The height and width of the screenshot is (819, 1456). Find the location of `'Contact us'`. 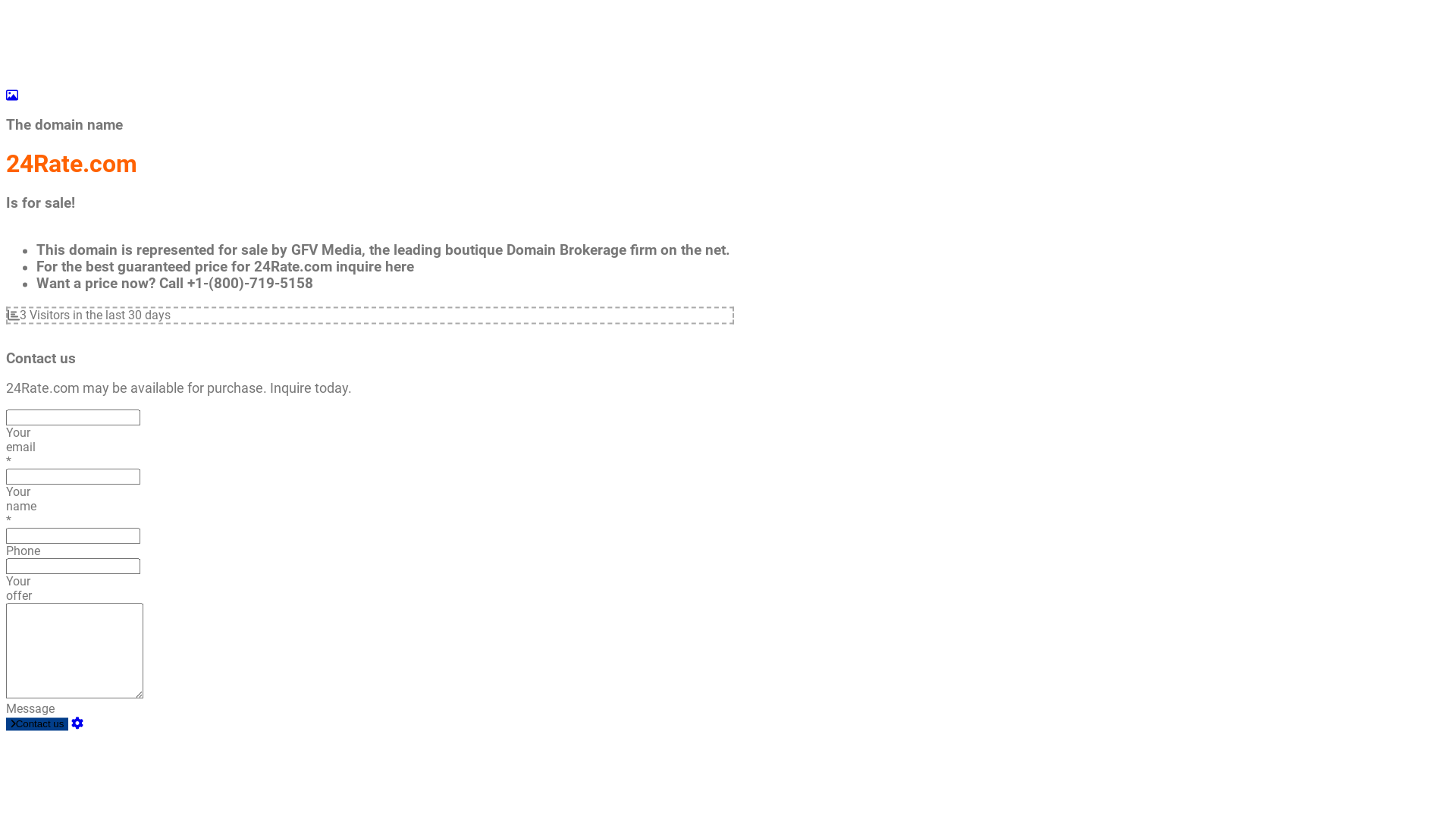

'Contact us' is located at coordinates (36, 723).